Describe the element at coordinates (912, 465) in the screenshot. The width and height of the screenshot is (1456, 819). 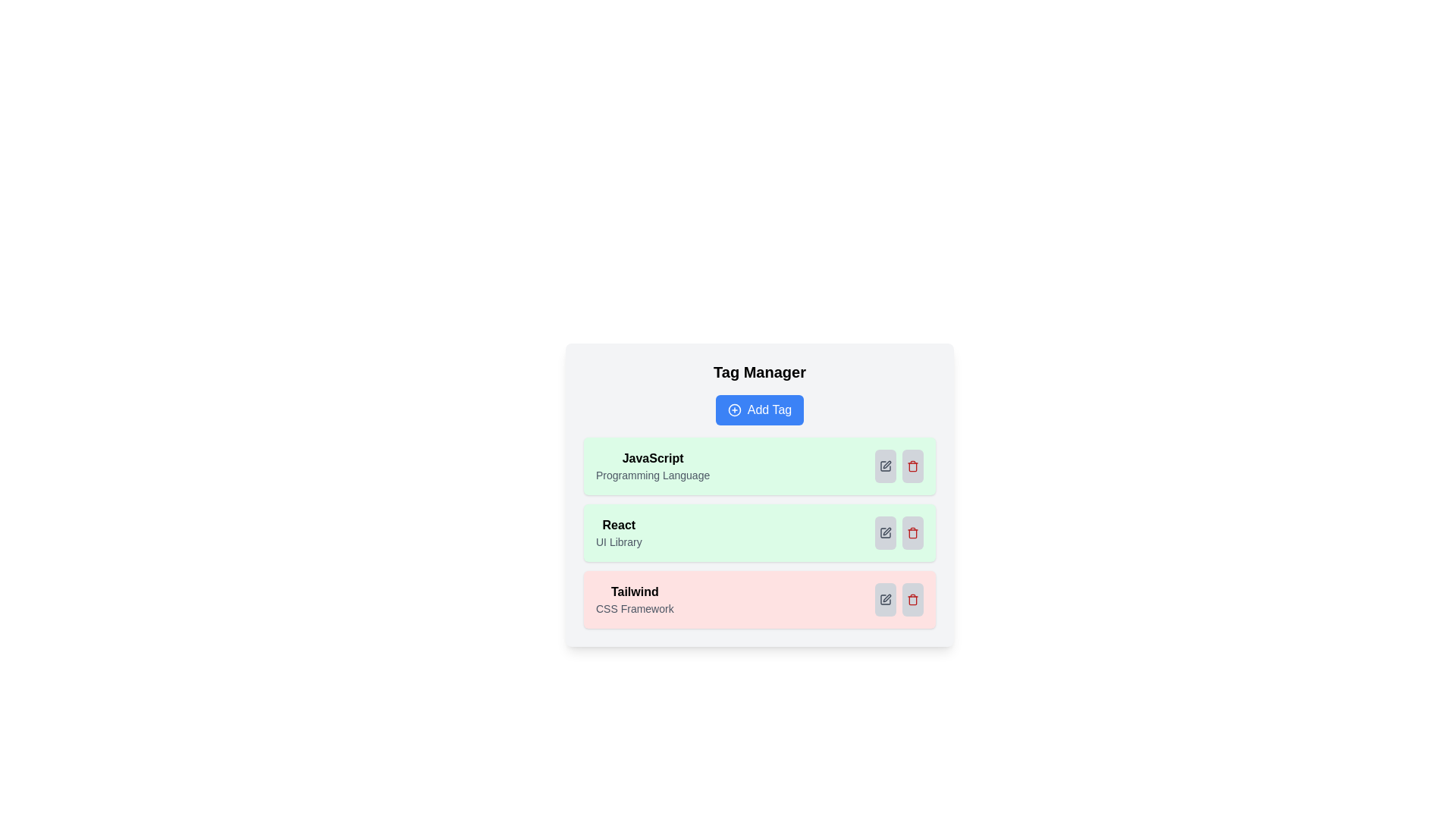
I see `the trash icon corresponding to the tag JavaScript to delete it` at that location.